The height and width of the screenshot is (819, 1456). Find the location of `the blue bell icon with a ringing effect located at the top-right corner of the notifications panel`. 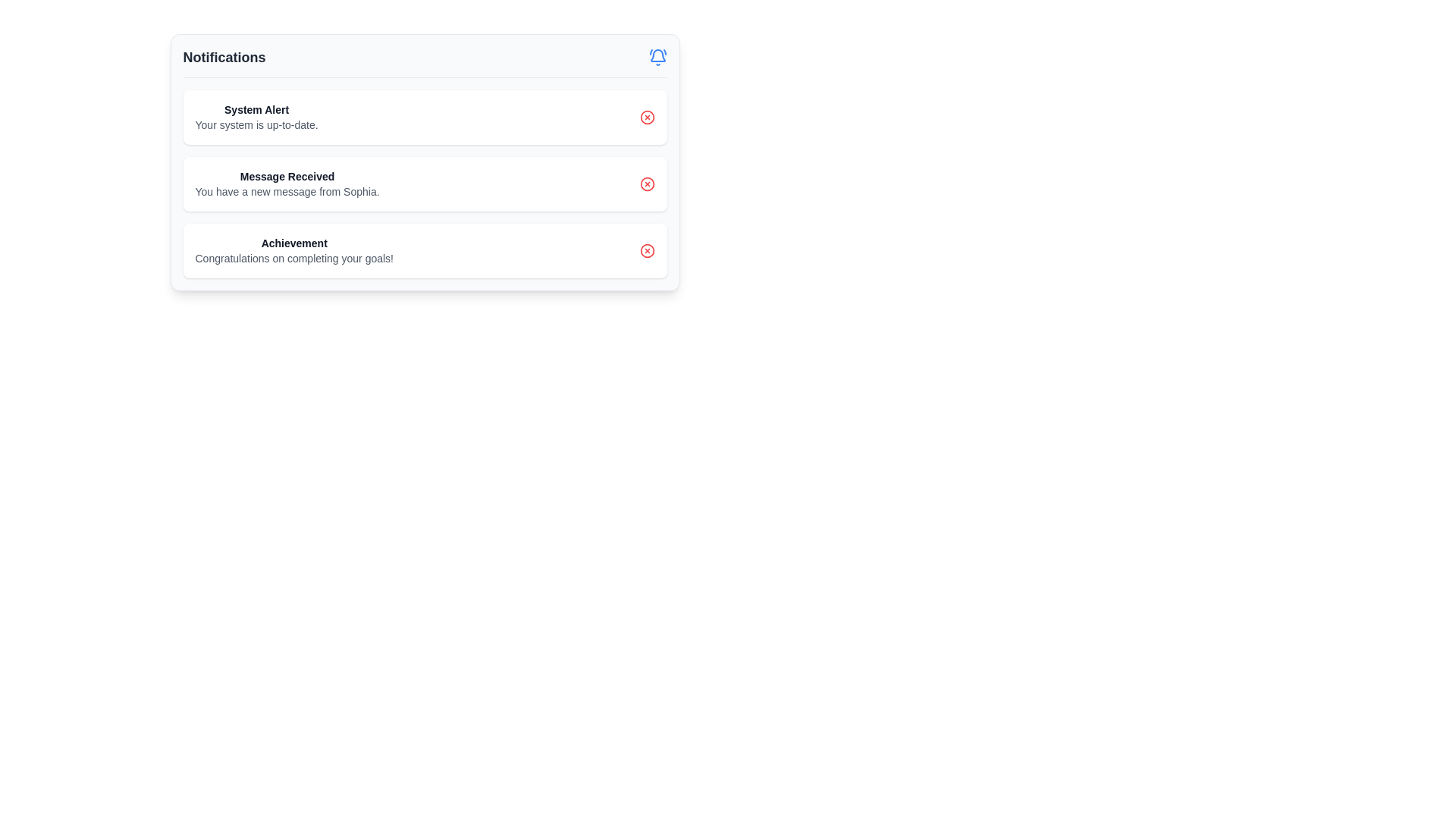

the blue bell icon with a ringing effect located at the top-right corner of the notifications panel is located at coordinates (657, 57).